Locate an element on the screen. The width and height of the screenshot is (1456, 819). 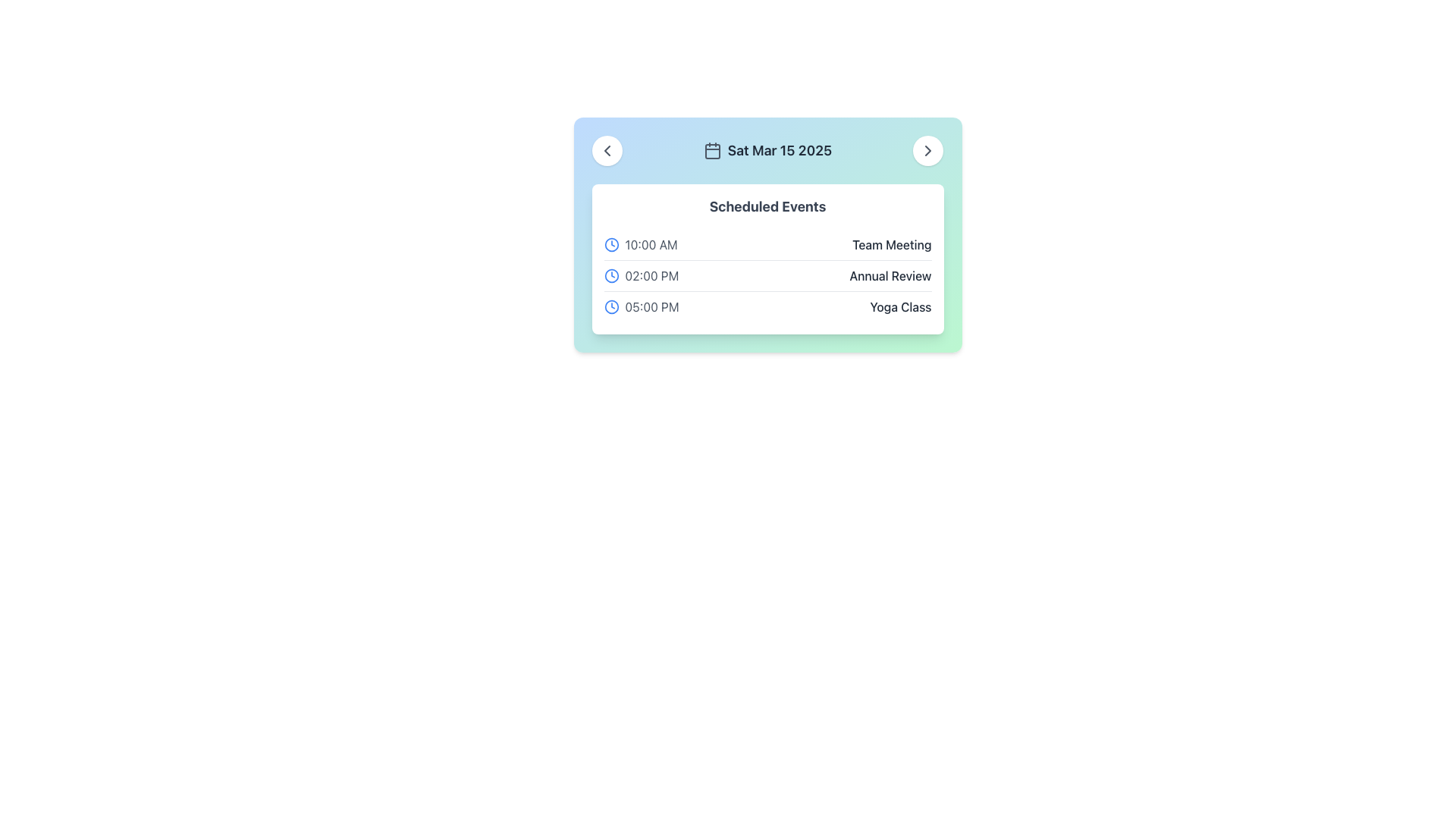
the 'chevron-left' style arrow icon which indicates a navigation option for moving to a previous date or section in a calendar or timeline interface is located at coordinates (607, 151).